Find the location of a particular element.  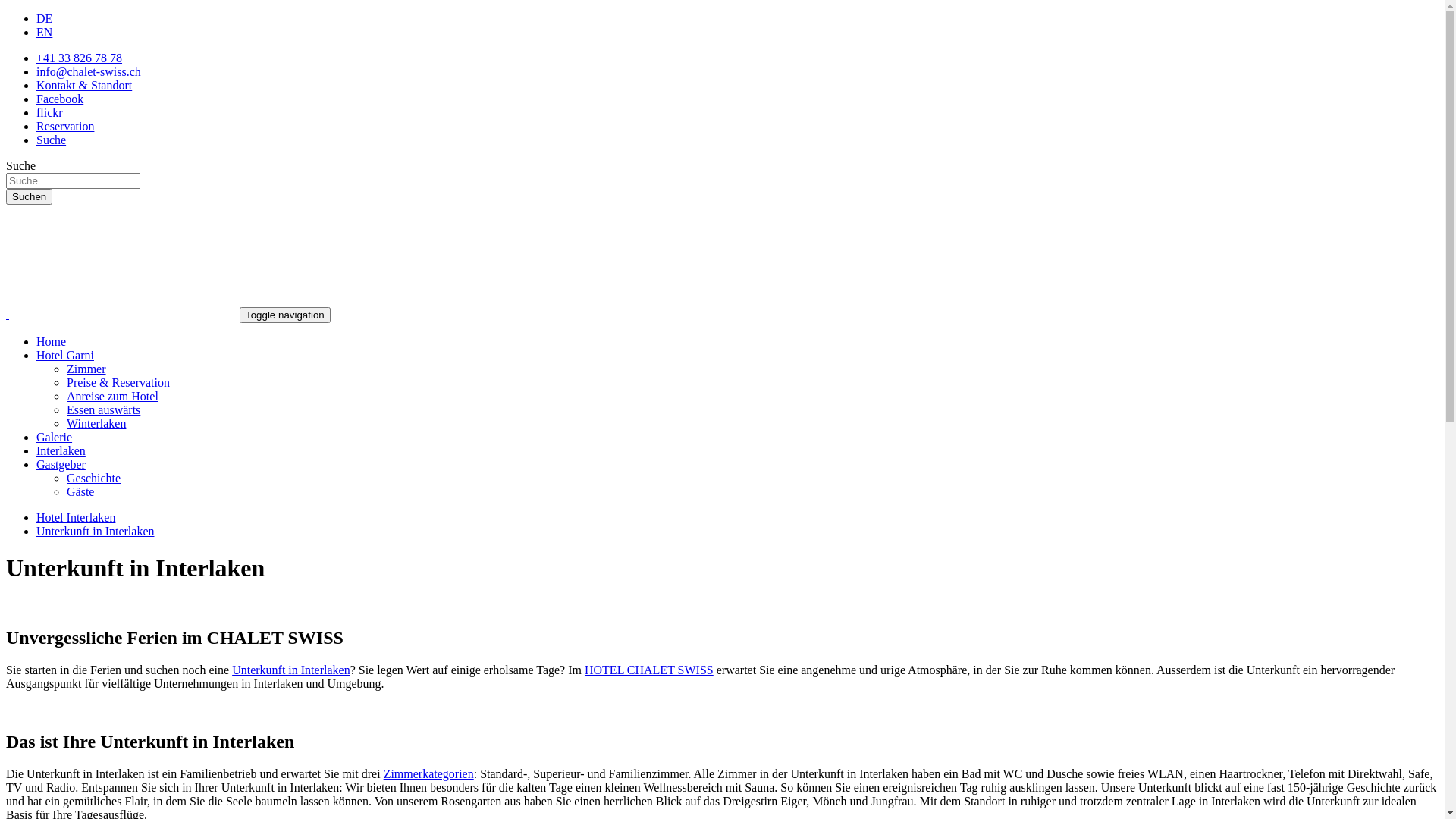

'Hotel Garni' is located at coordinates (64, 355).